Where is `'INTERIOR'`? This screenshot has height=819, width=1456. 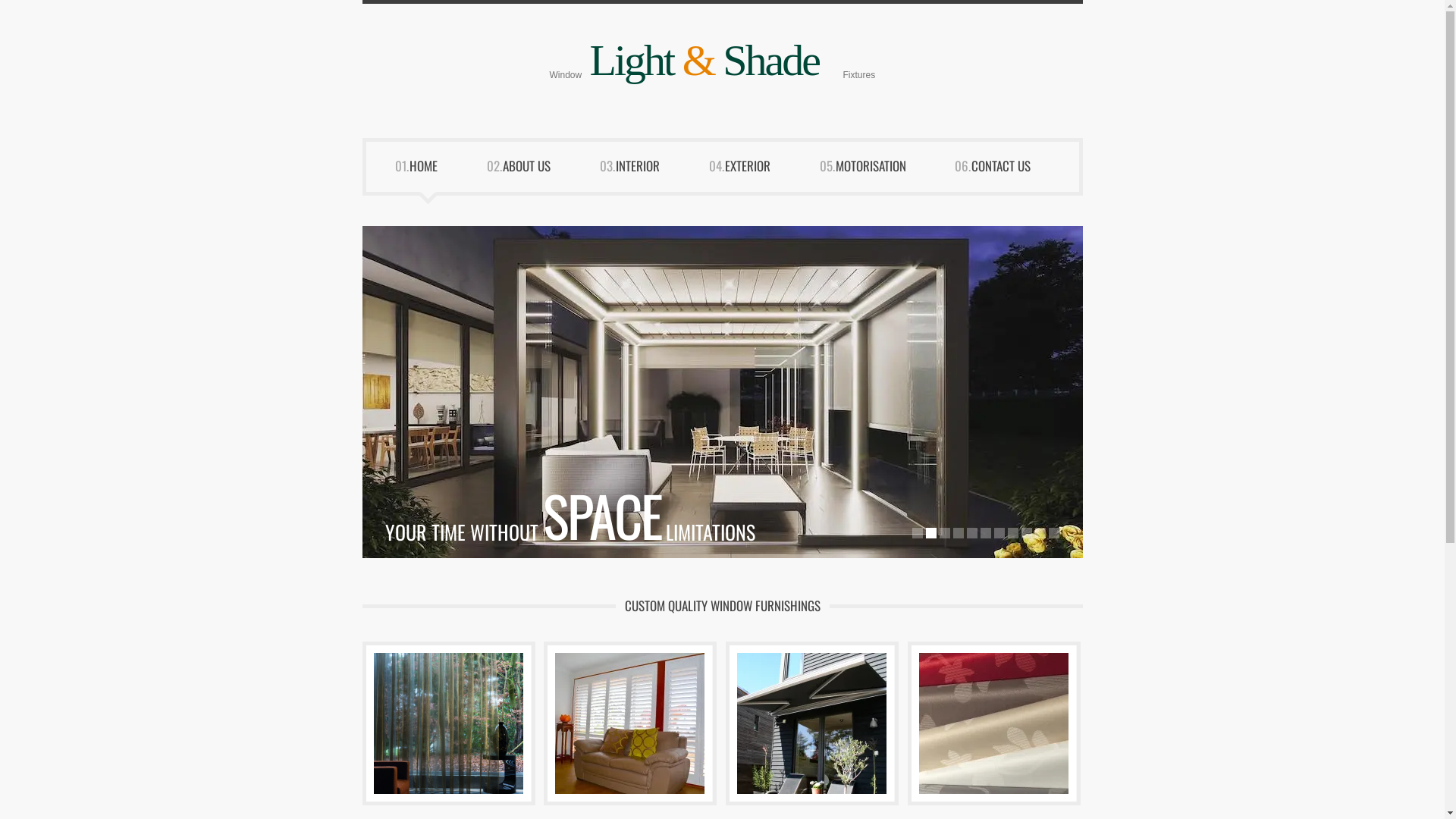
'INTERIOR' is located at coordinates (648, 171).